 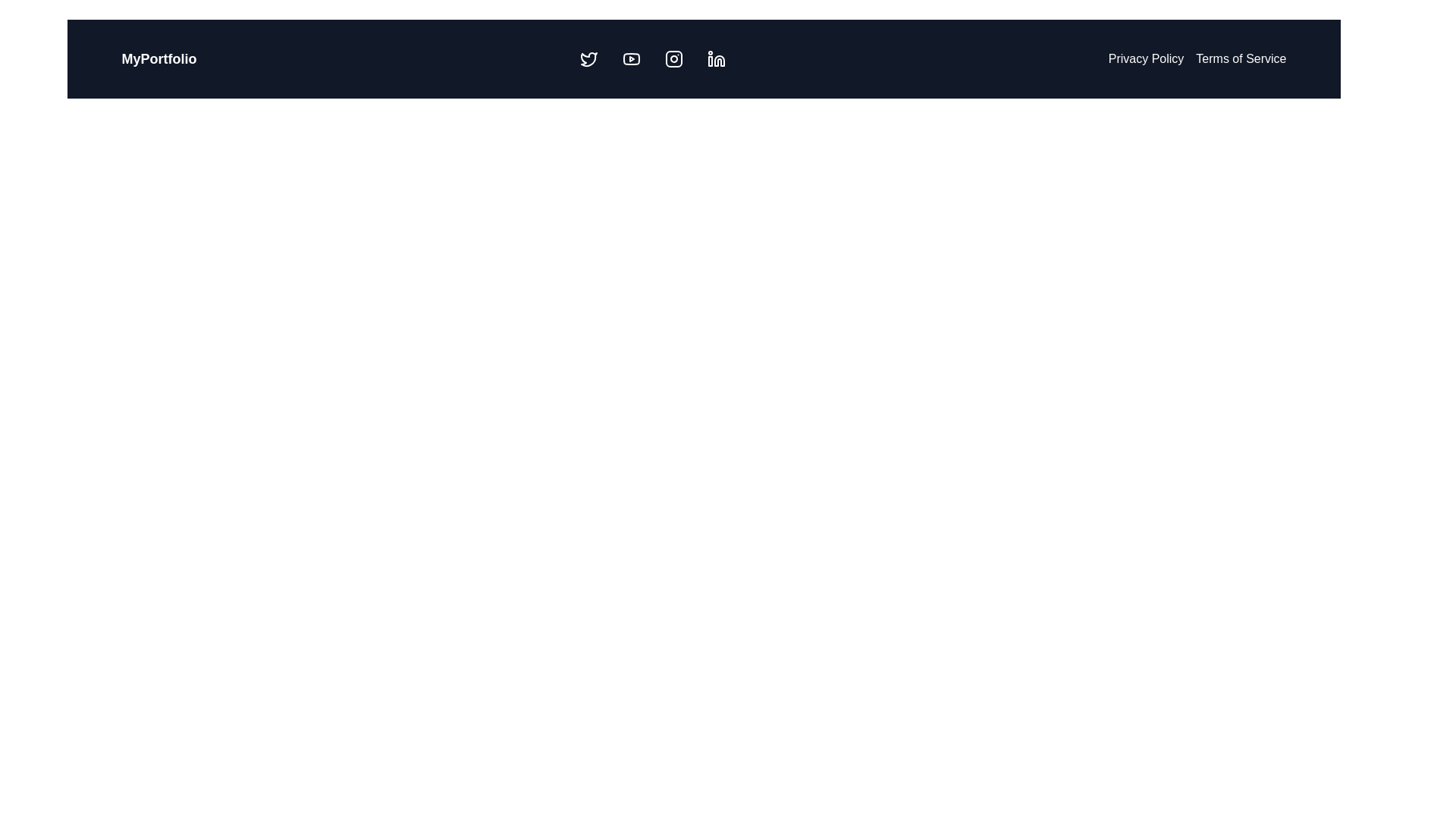 What do you see at coordinates (673, 58) in the screenshot?
I see `the Instagram button located at the top center of the interface, positioned between the YouTube and LinkedIn buttons` at bounding box center [673, 58].